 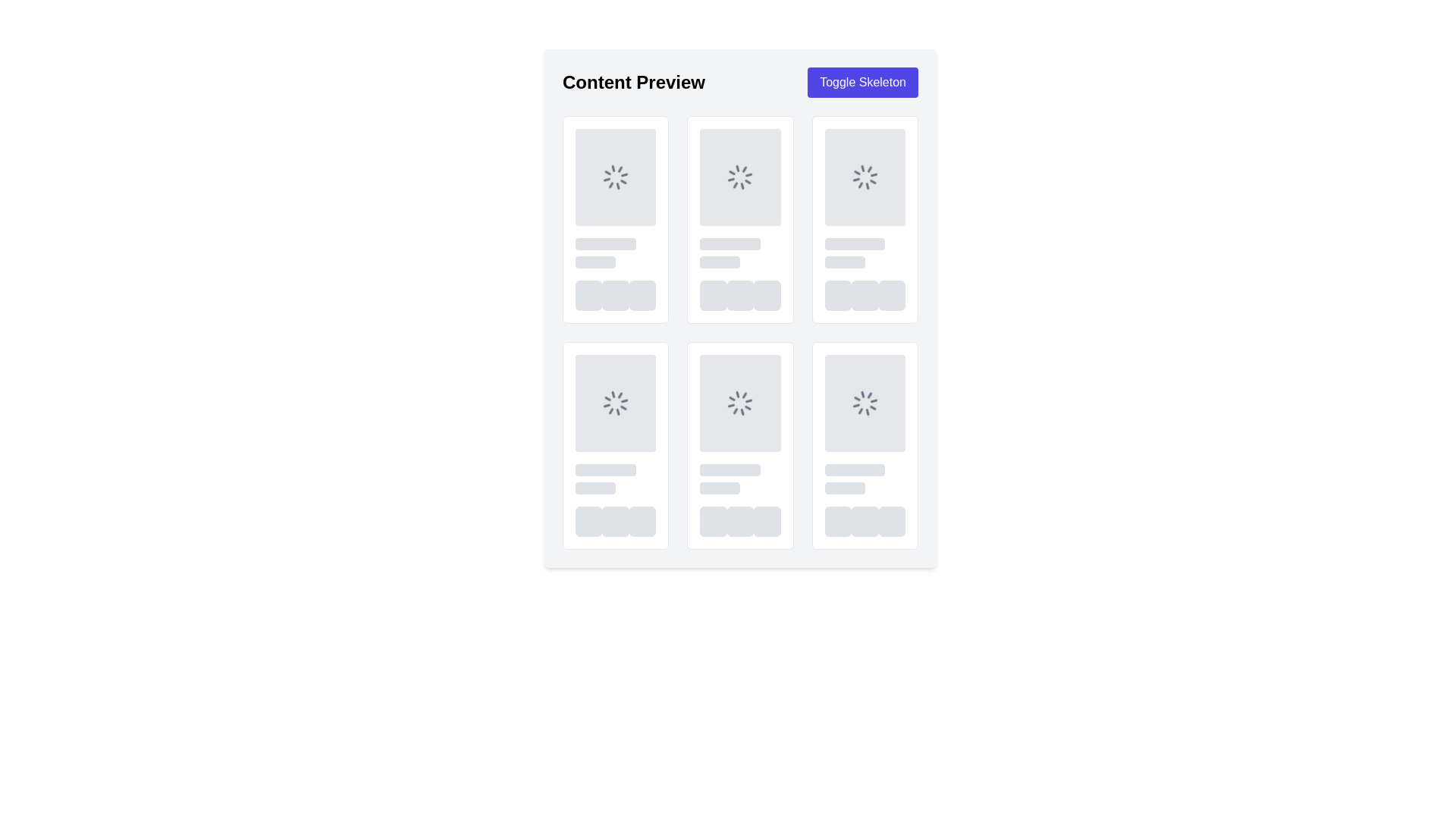 What do you see at coordinates (588, 520) in the screenshot?
I see `the Placeholder element, which is the leftmost component in a set of three horizontally aligned elements, serving as a visual loading indicator` at bounding box center [588, 520].